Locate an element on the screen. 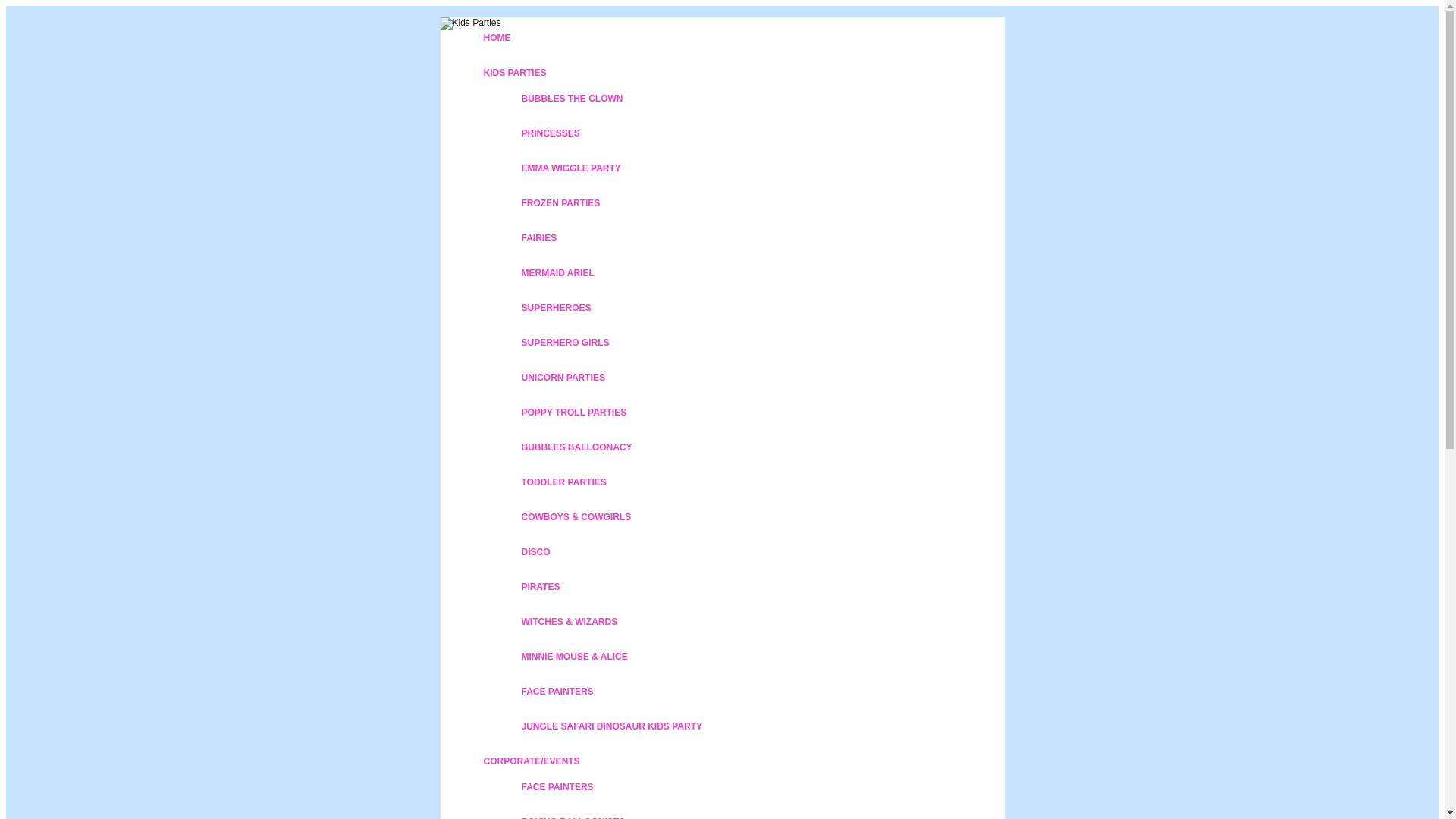 This screenshot has width=1456, height=819. 'MERMAID ARIEL' is located at coordinates (556, 271).